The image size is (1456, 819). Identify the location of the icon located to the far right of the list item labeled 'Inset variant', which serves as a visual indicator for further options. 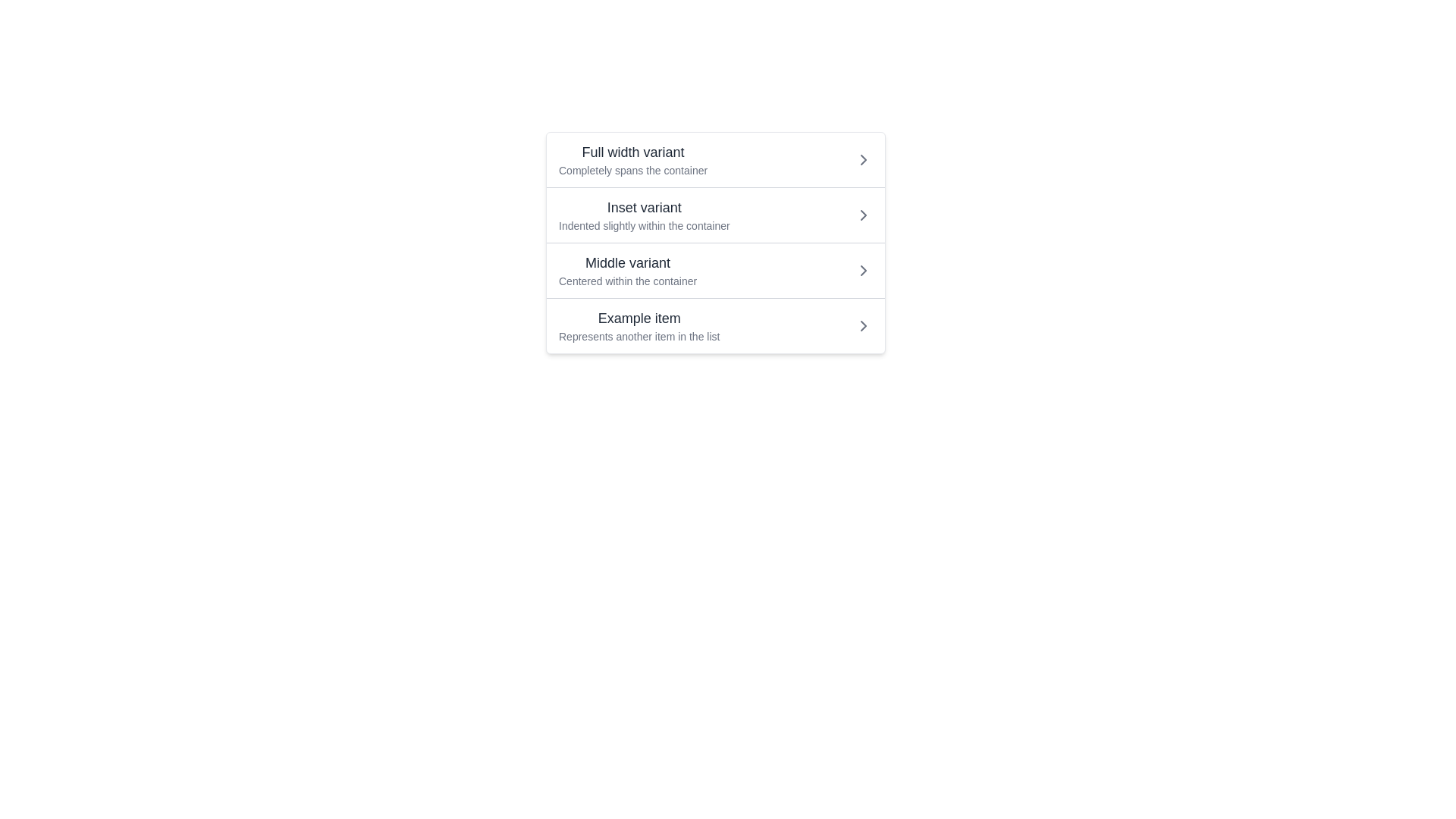
(863, 215).